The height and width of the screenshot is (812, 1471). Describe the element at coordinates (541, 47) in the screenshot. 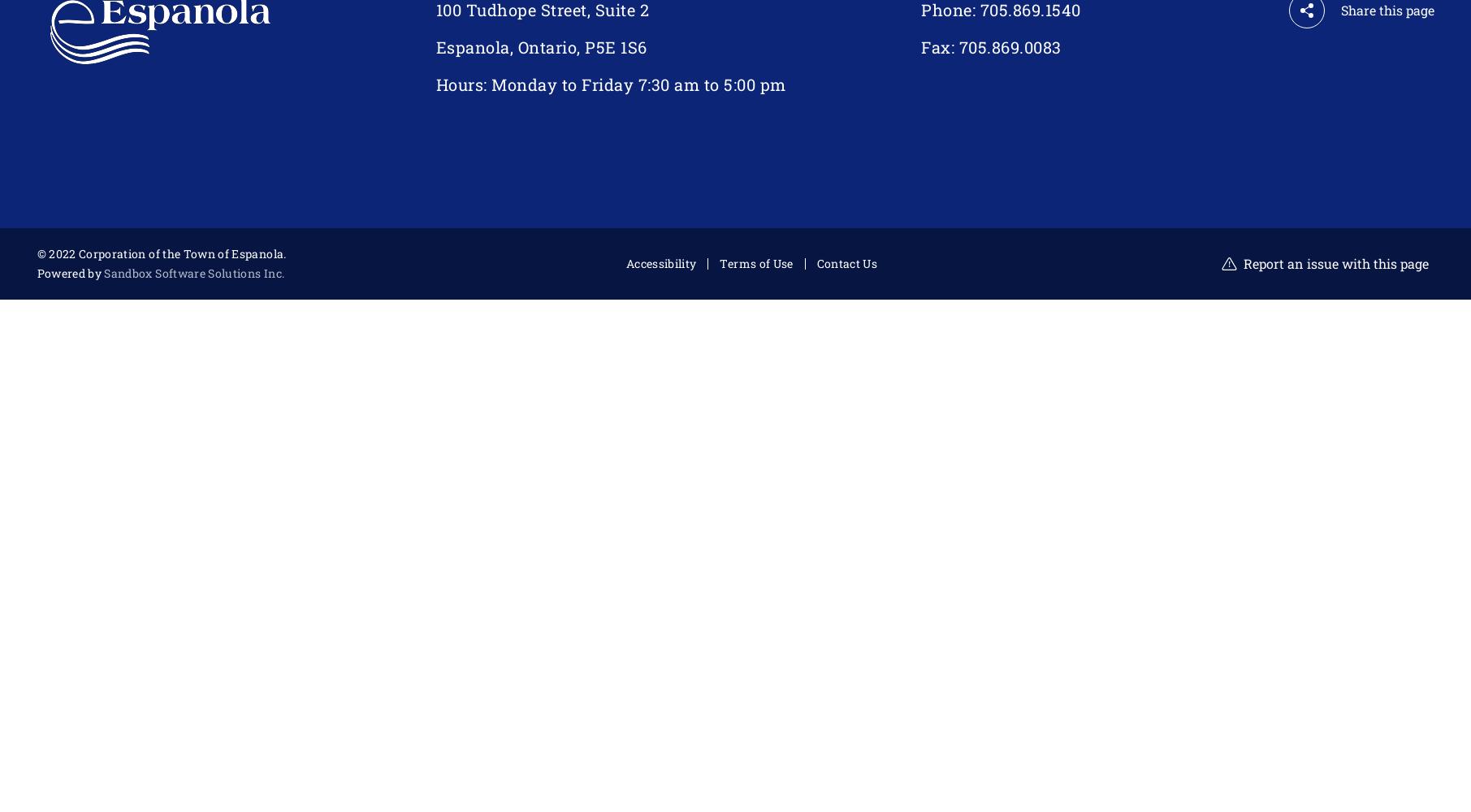

I see `'Espanola, Ontario, P5E 1S6'` at that location.